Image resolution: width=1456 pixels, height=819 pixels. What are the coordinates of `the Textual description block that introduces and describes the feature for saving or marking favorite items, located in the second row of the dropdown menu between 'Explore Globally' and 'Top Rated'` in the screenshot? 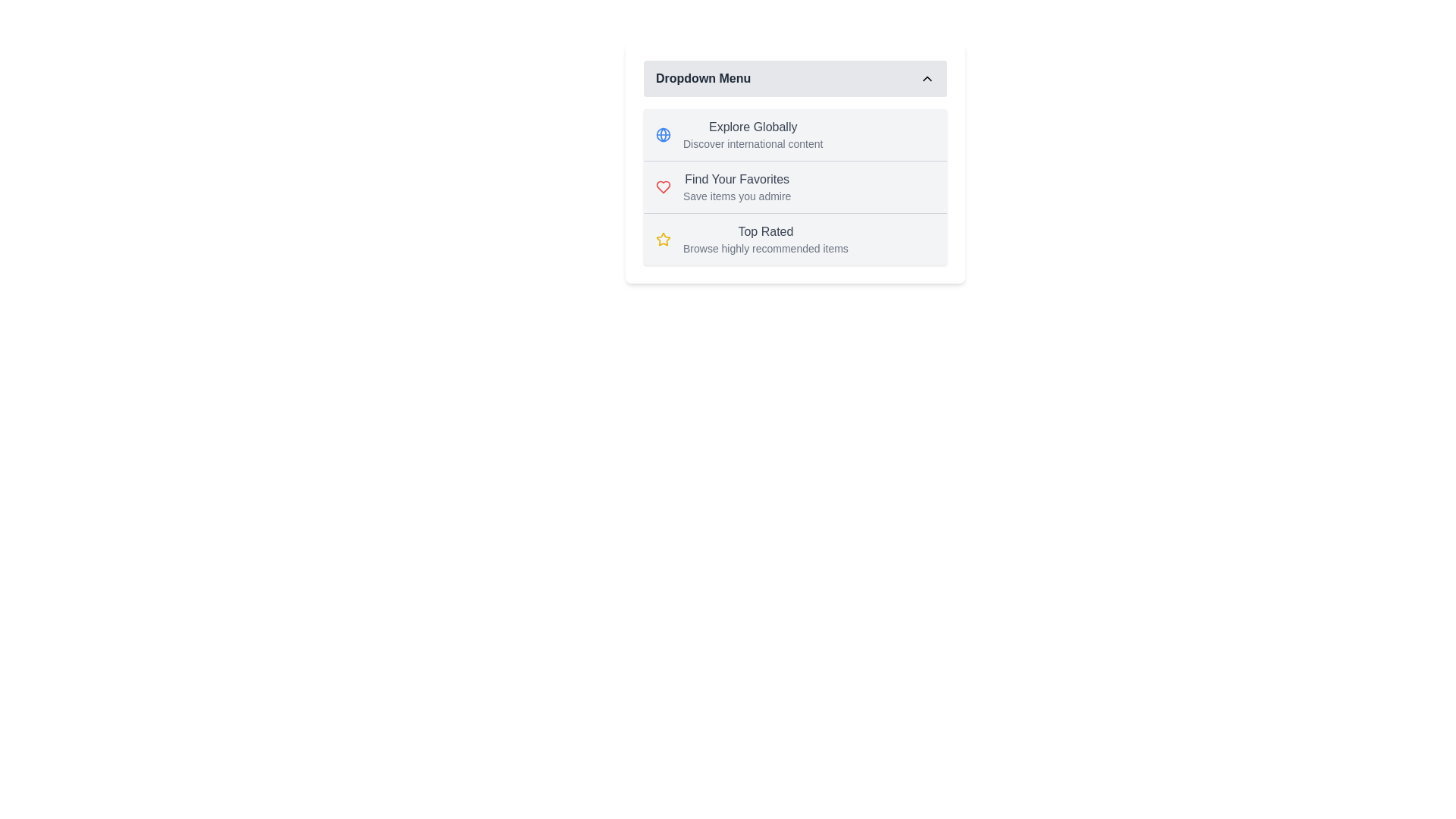 It's located at (736, 186).